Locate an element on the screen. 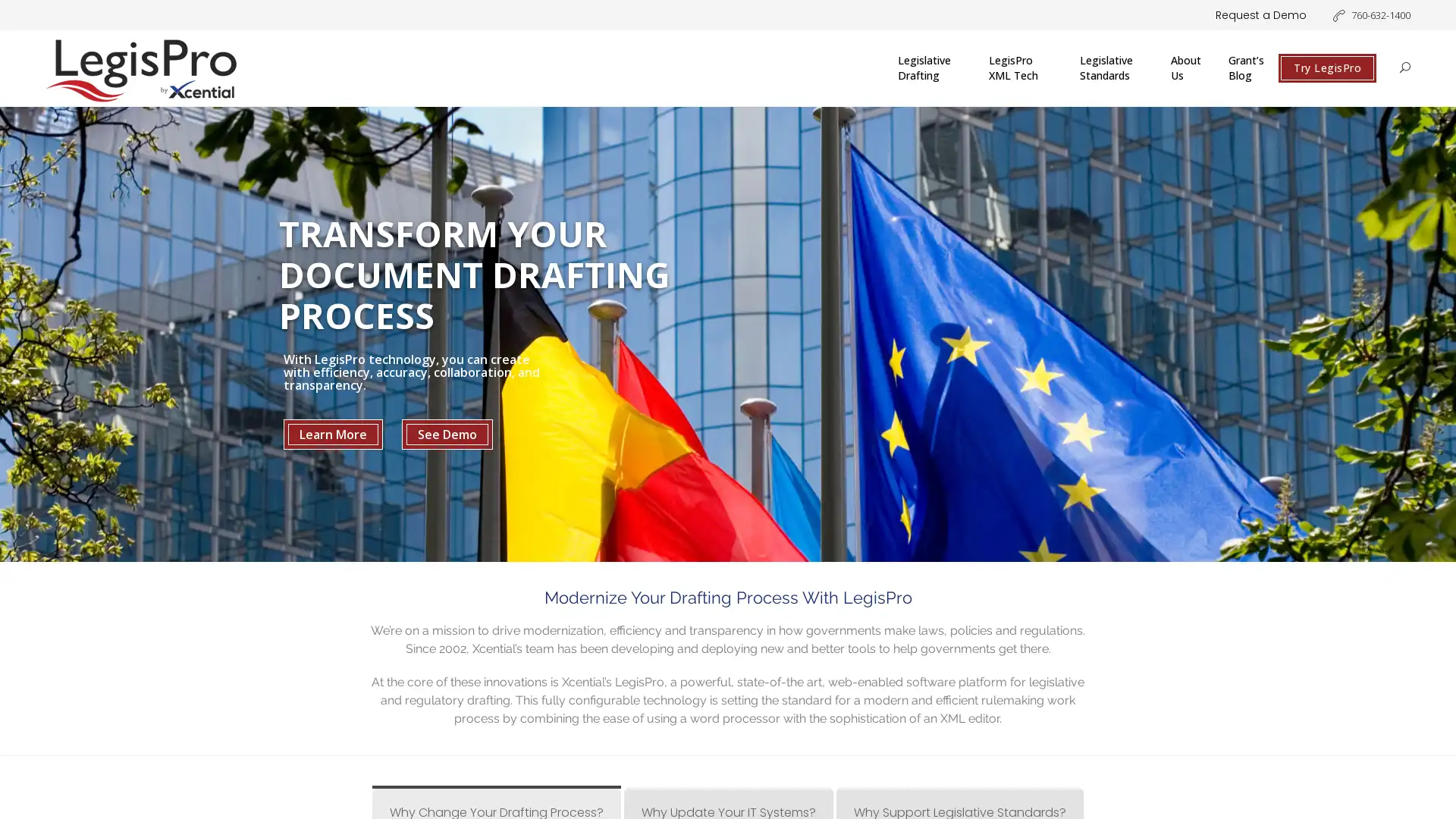  See Demo is located at coordinates (447, 435).